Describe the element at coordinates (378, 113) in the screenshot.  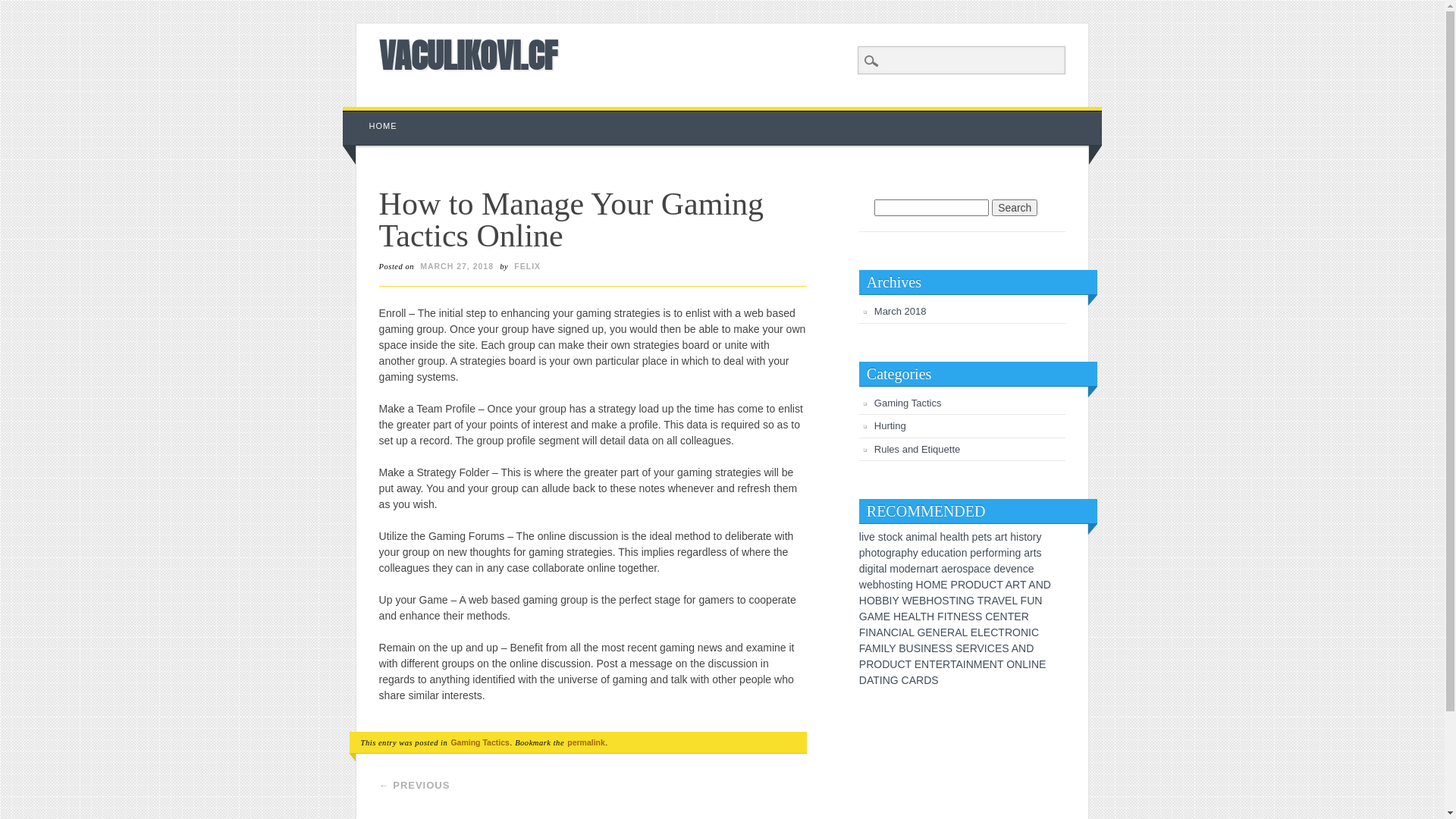
I see `'Skip to content'` at that location.